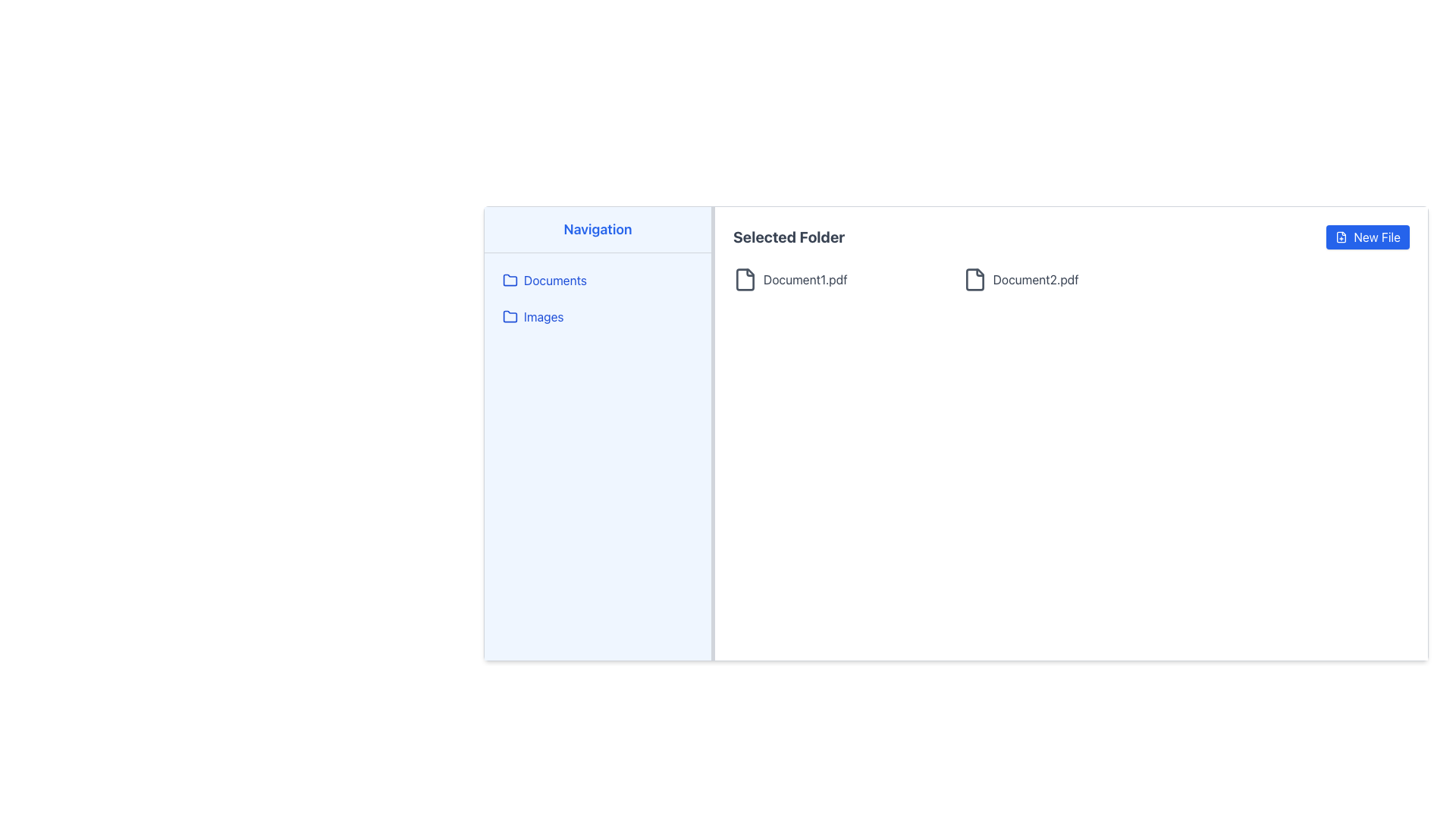 The width and height of the screenshot is (1456, 819). Describe the element at coordinates (805, 280) in the screenshot. I see `the text label 'Document1.pdf'` at that location.